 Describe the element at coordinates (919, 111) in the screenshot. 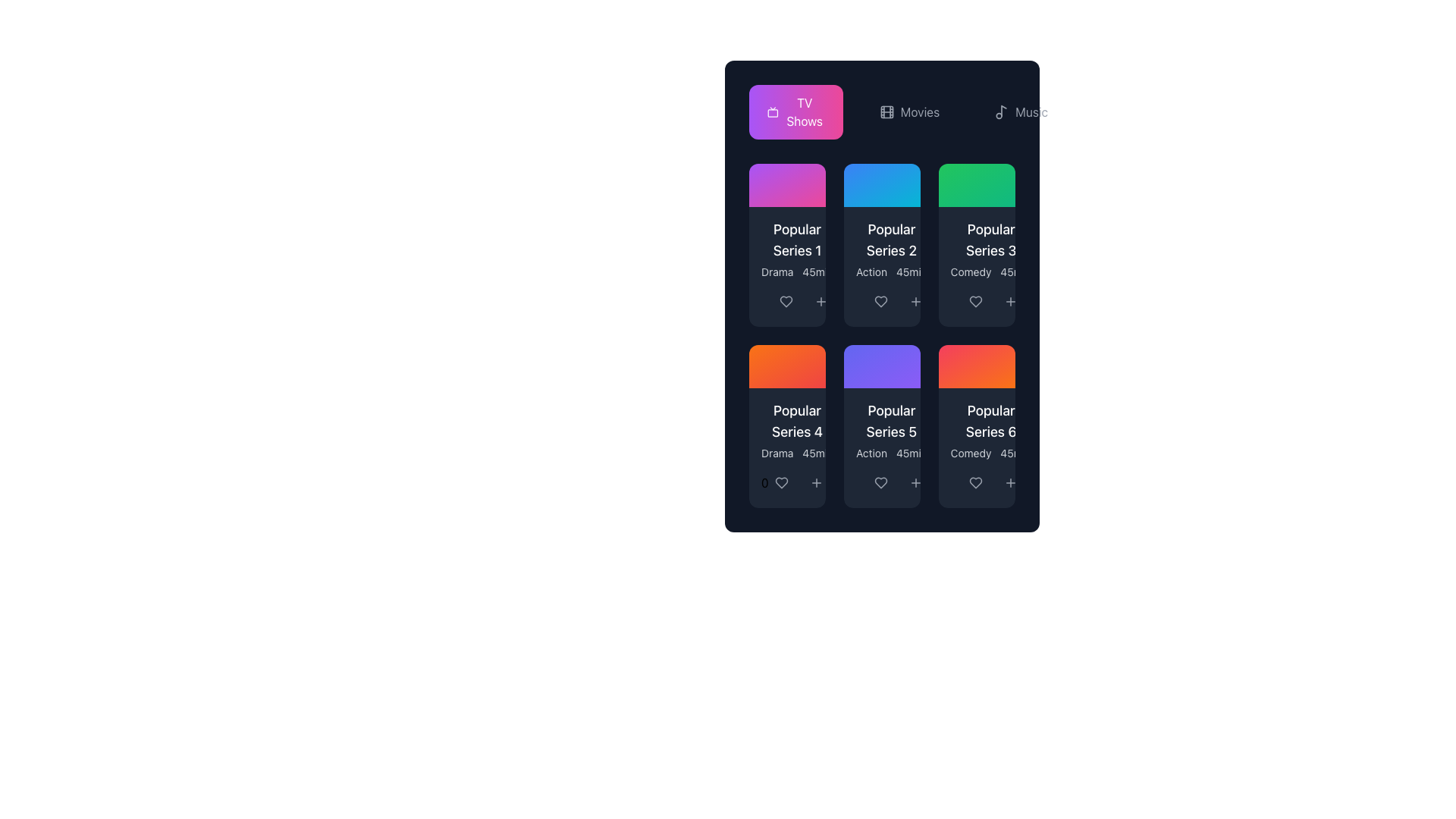

I see `the 'Movies' label located in the top-right menu, between 'TV Shows' and 'Music'` at that location.